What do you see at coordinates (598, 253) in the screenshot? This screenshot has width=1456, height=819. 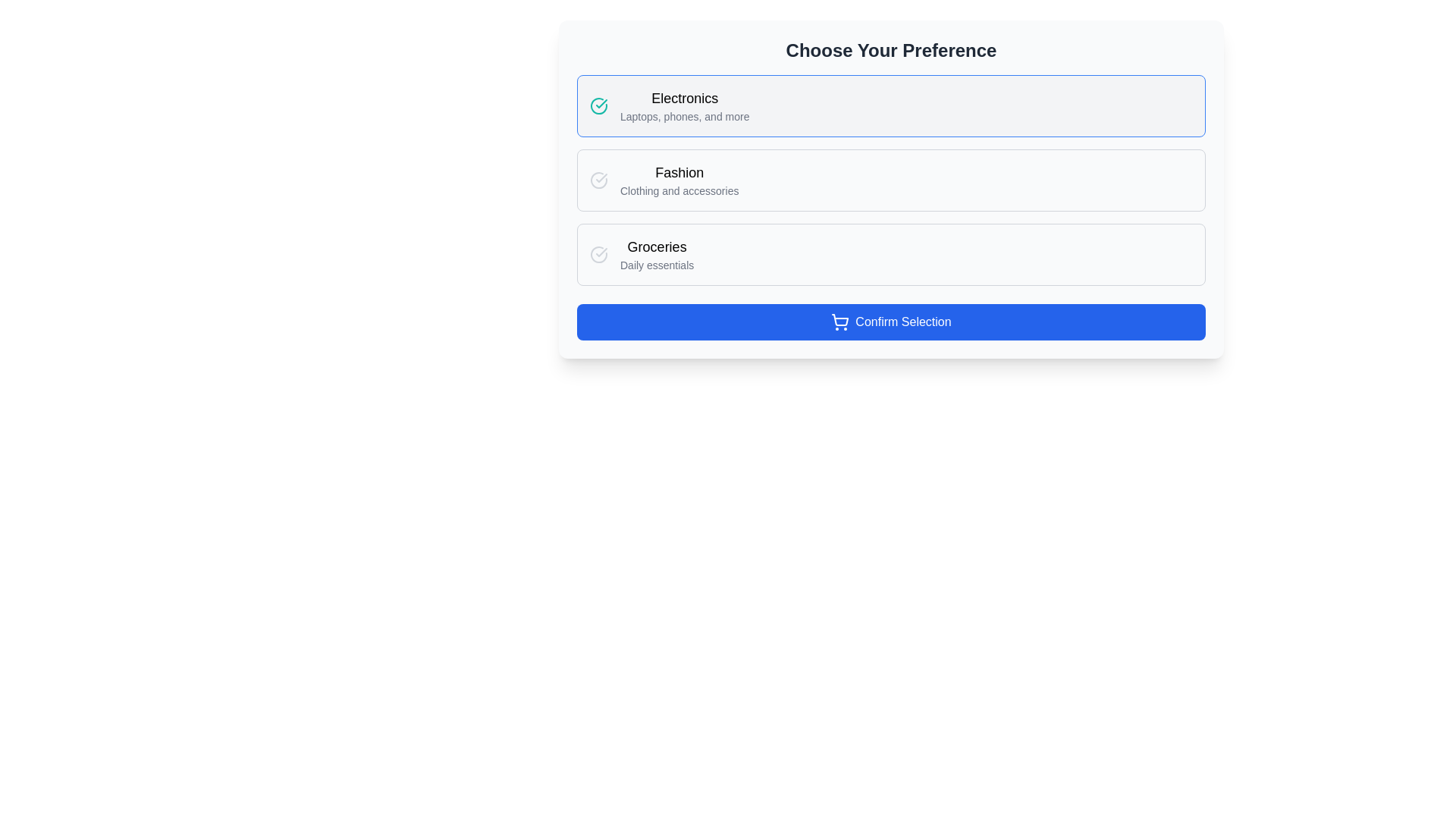 I see `the visual indicator for the 'Groceries' option in the 'Choose Your Preference' menu, which is located towards the right side of the rectangle dedicated to 'Groceries'` at bounding box center [598, 253].